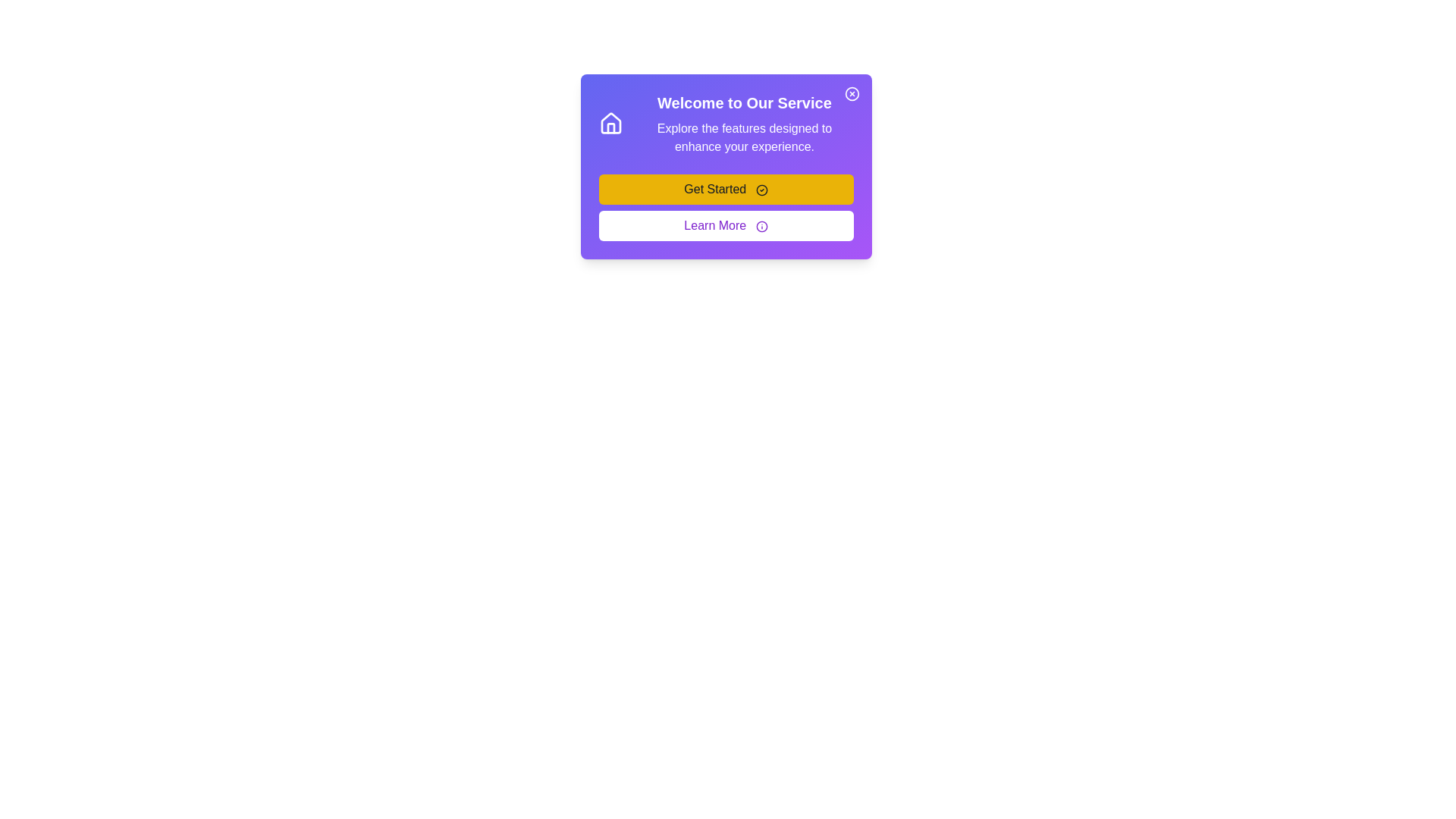  Describe the element at coordinates (761, 189) in the screenshot. I see `the icon located to the right end of the 'Get Started' button, which visually reinforces a successful call-to-action` at that location.